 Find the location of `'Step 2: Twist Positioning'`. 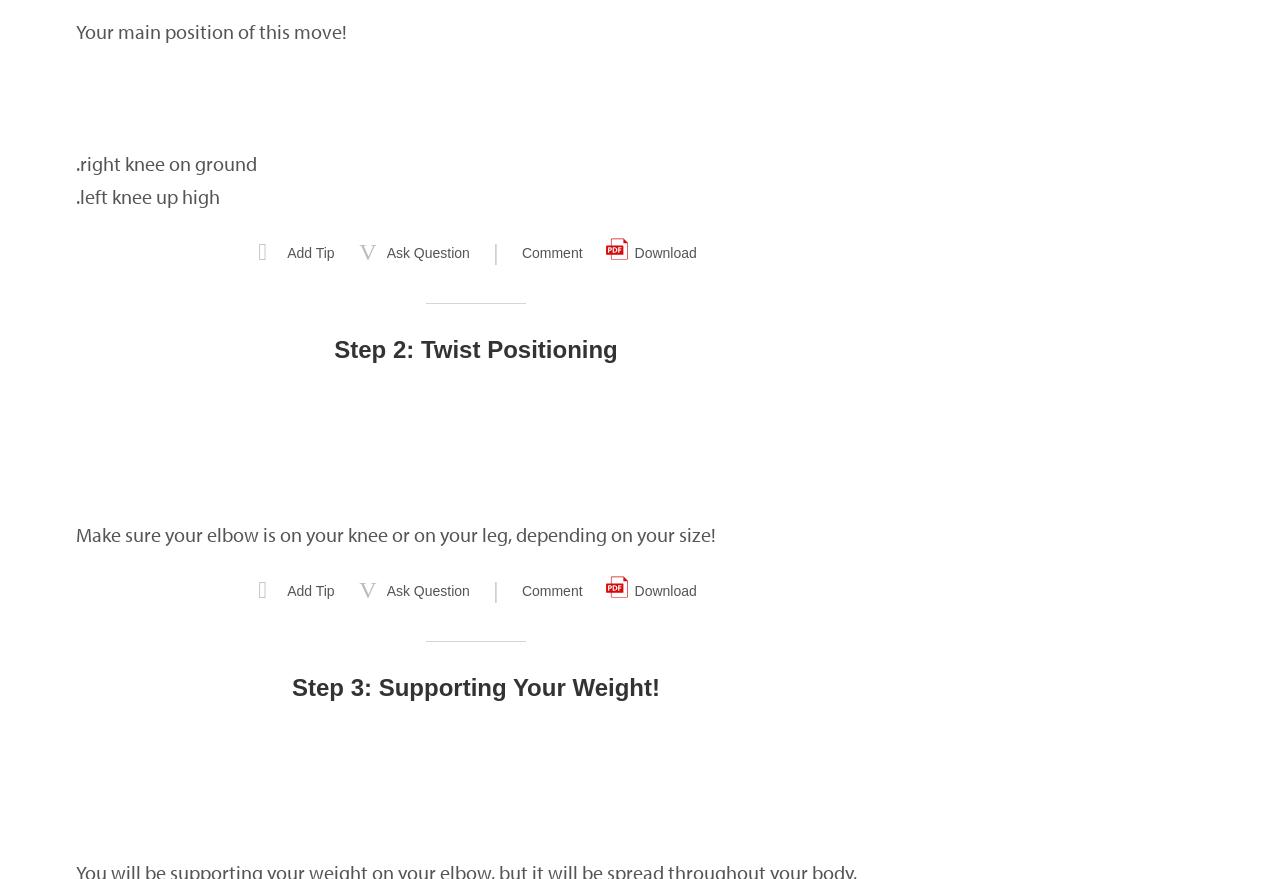

'Step 2: Twist Positioning' is located at coordinates (333, 348).